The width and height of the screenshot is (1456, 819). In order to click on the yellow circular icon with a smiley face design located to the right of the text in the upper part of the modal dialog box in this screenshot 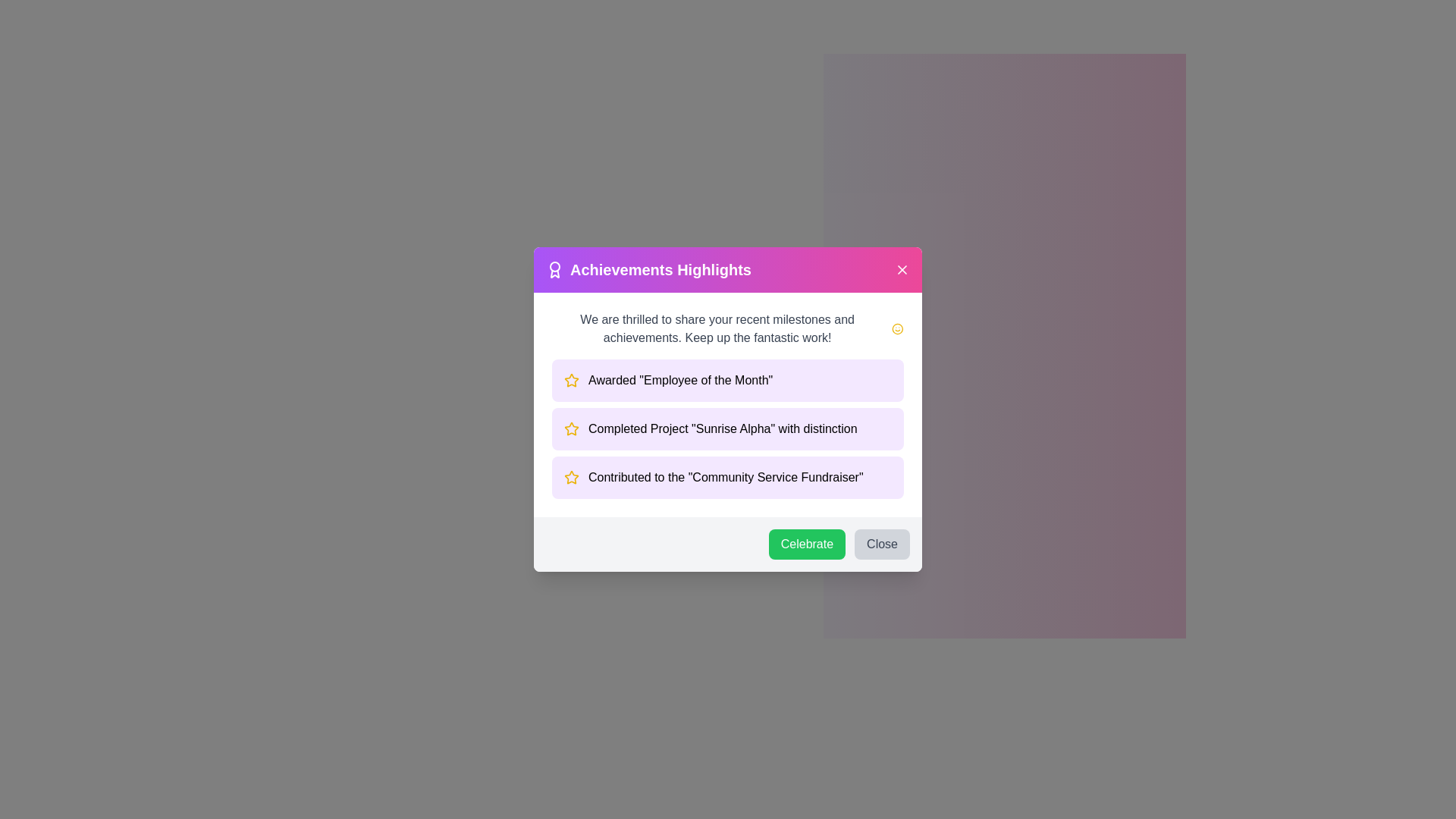, I will do `click(898, 328)`.